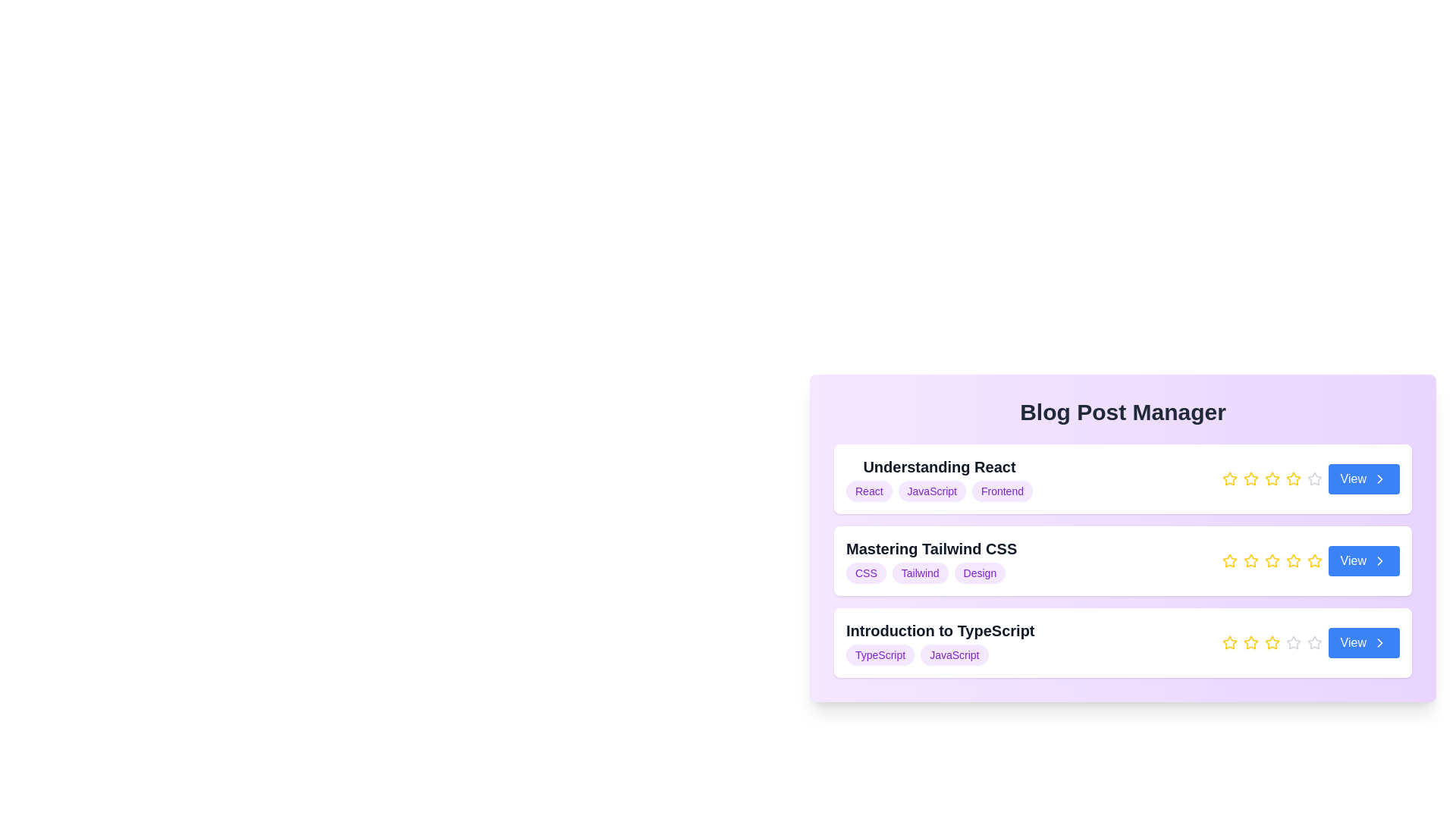 The width and height of the screenshot is (1456, 819). Describe the element at coordinates (1229, 560) in the screenshot. I see `the third star icon in the list under 'Mastering Tailwind CSS', which is styled with a yellow fill and a white border` at that location.